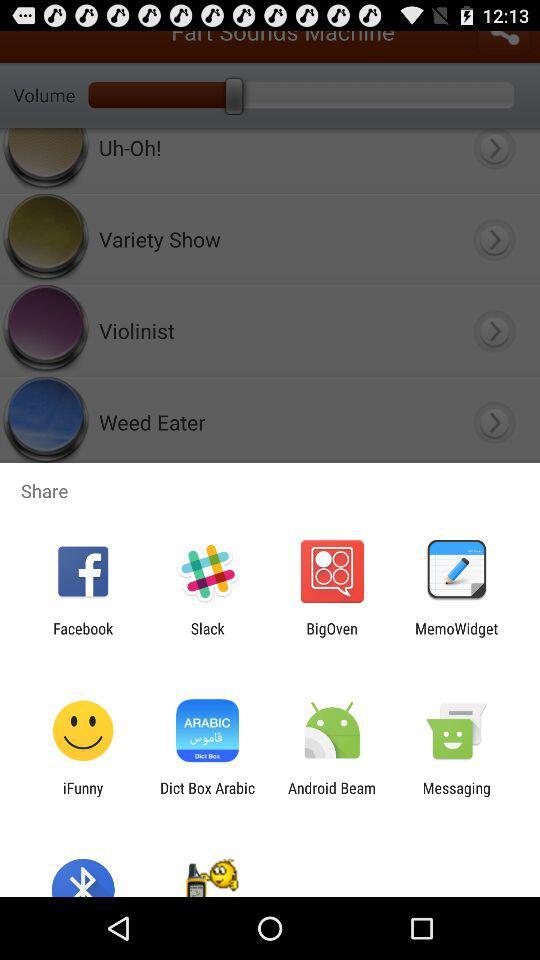 This screenshot has height=960, width=540. What do you see at coordinates (206, 796) in the screenshot?
I see `icon to the left of the android beam item` at bounding box center [206, 796].